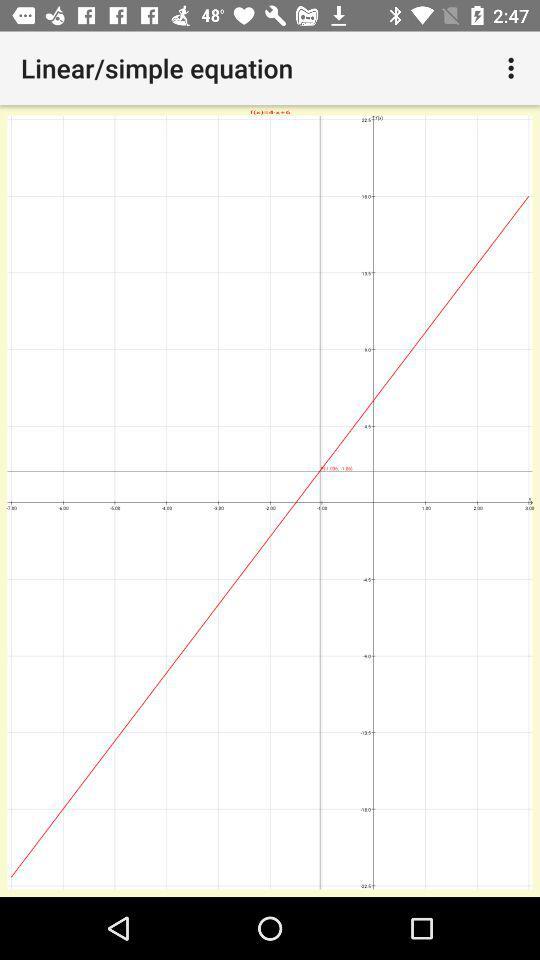  I want to click on the item to the right of linear/simple equation, so click(513, 68).